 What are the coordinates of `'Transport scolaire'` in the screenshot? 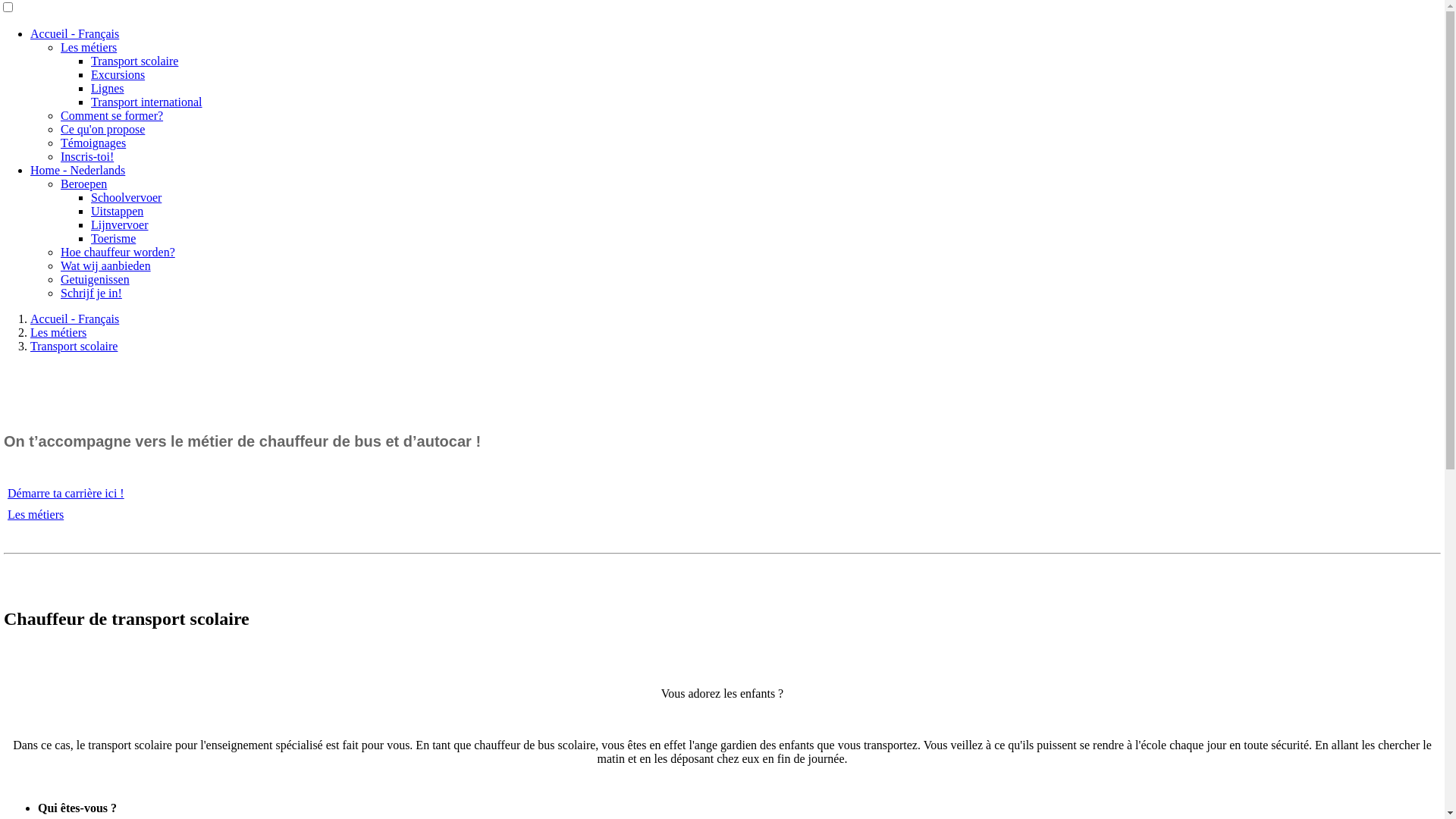 It's located at (134, 60).